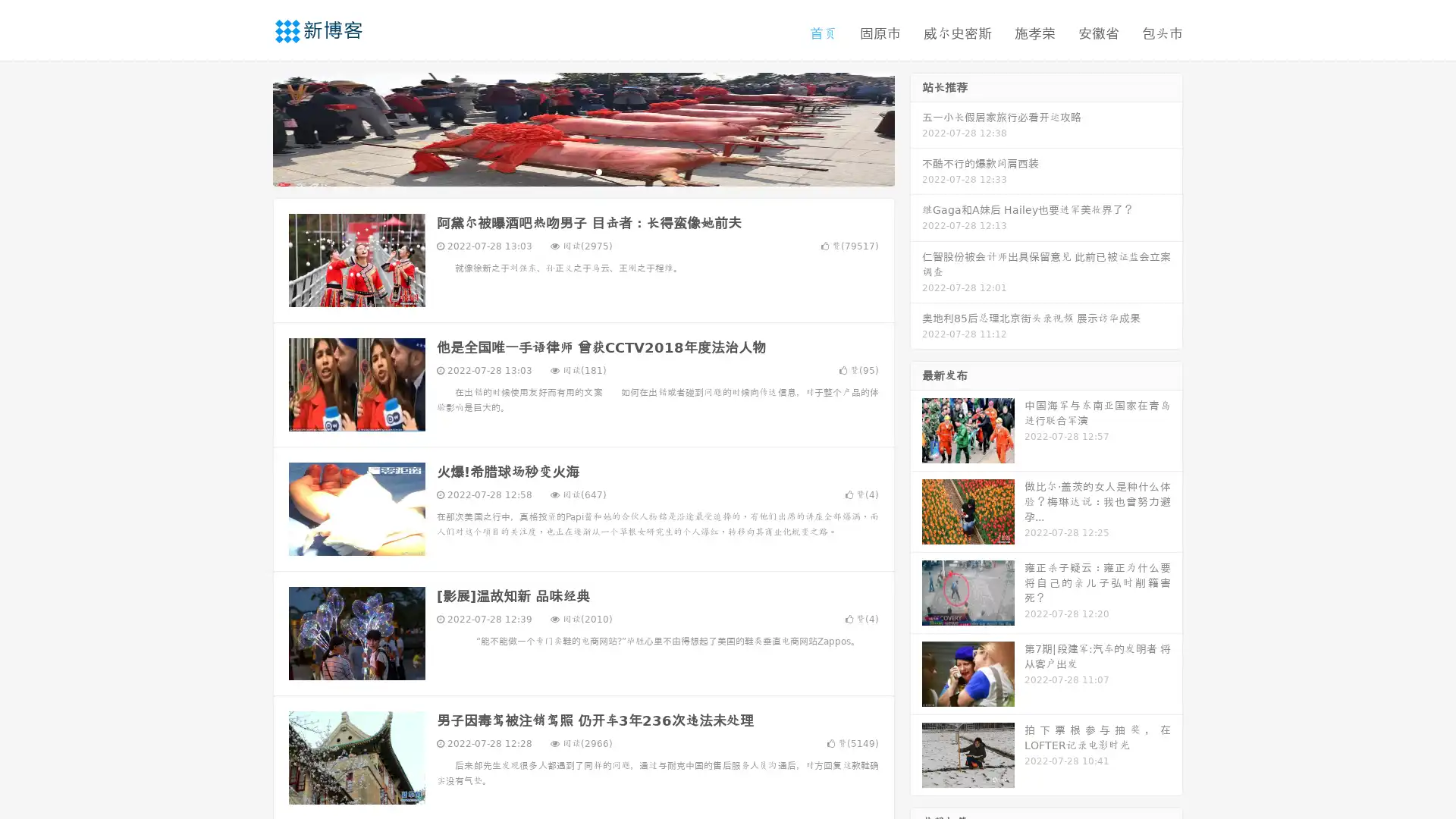  Describe the element at coordinates (916, 127) in the screenshot. I see `Next slide` at that location.